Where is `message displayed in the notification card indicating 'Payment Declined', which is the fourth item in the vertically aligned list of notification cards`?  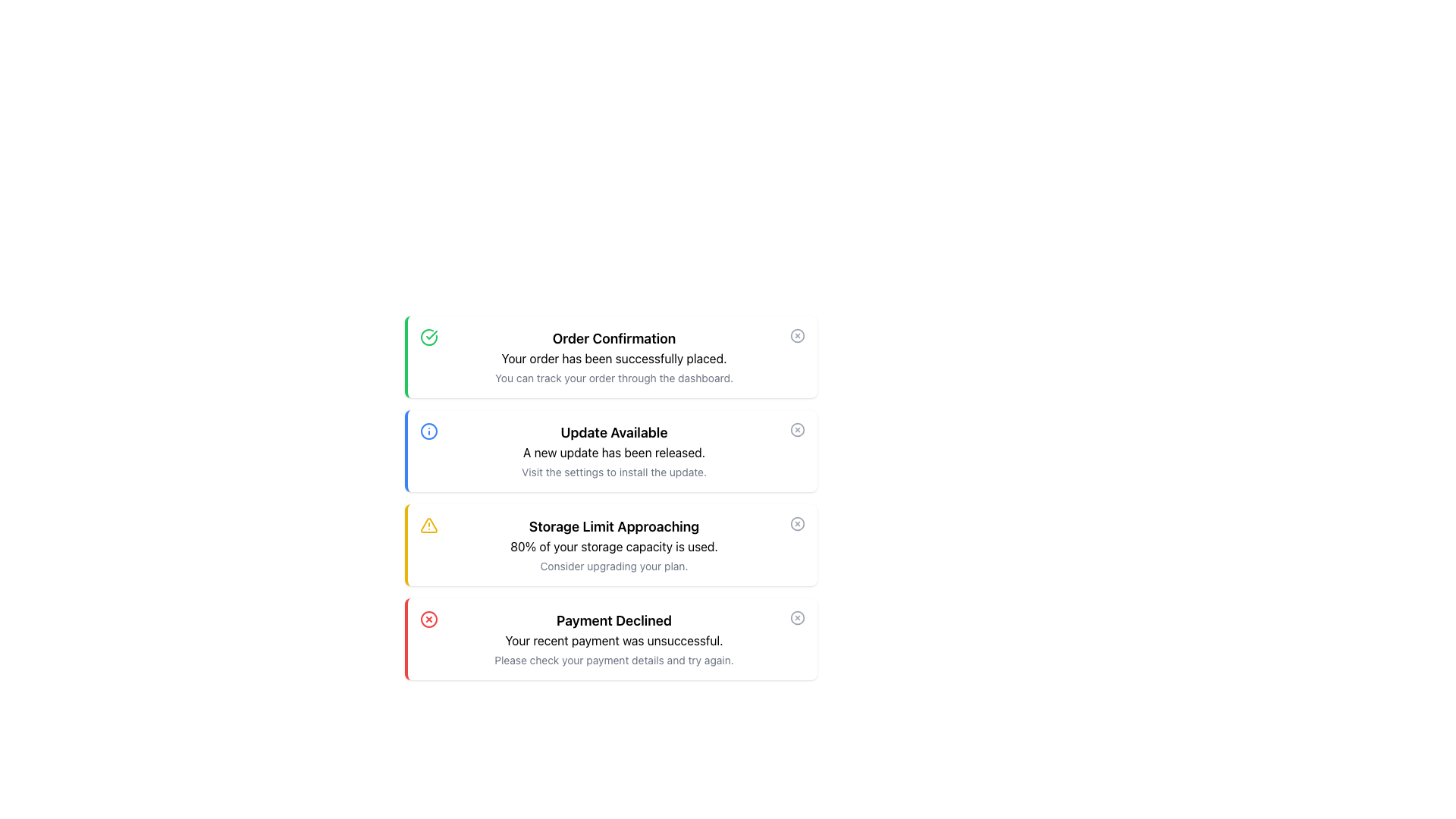
message displayed in the notification card indicating 'Payment Declined', which is the fourth item in the vertically aligned list of notification cards is located at coordinates (614, 639).